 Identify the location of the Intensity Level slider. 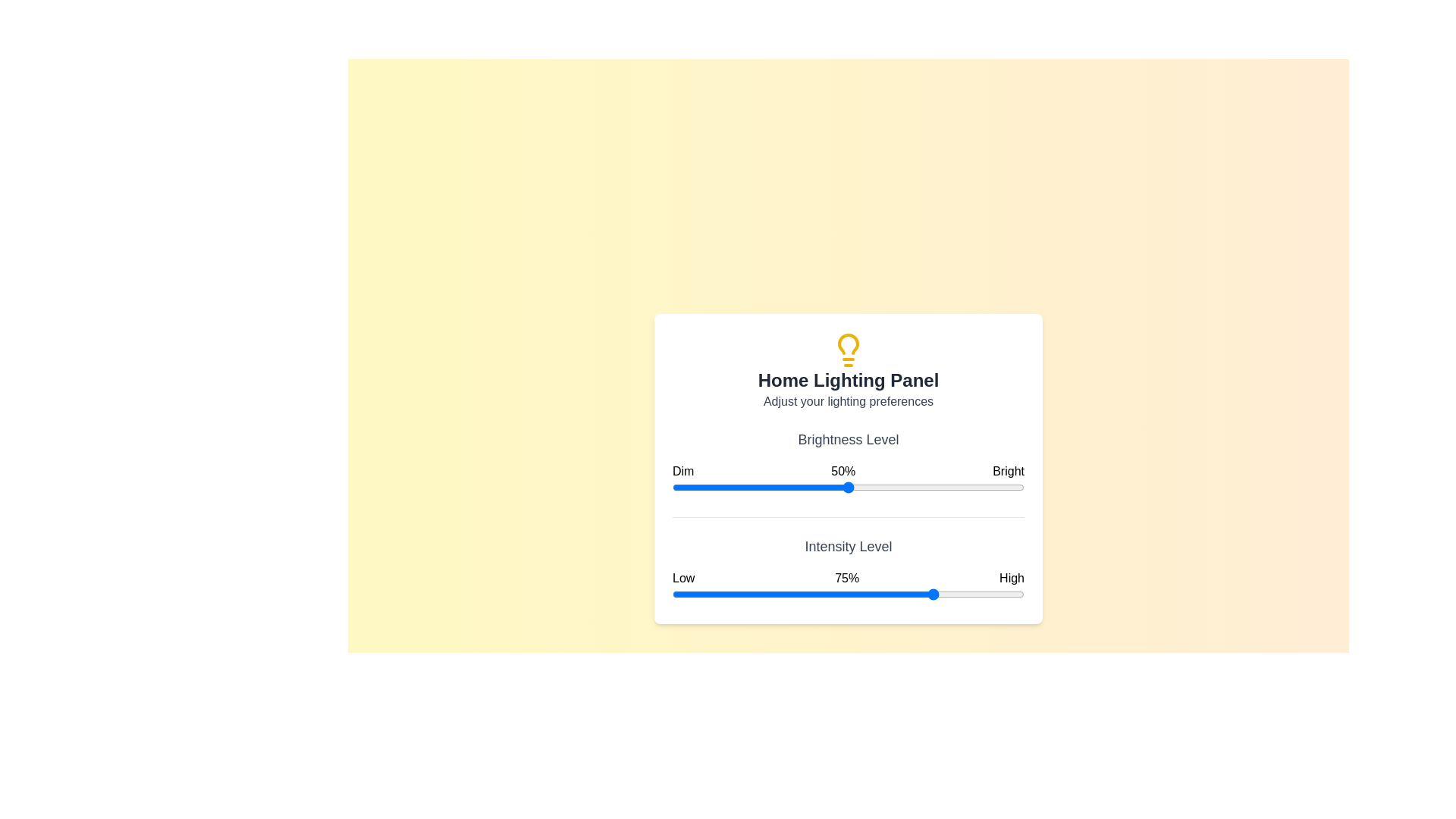
(905, 593).